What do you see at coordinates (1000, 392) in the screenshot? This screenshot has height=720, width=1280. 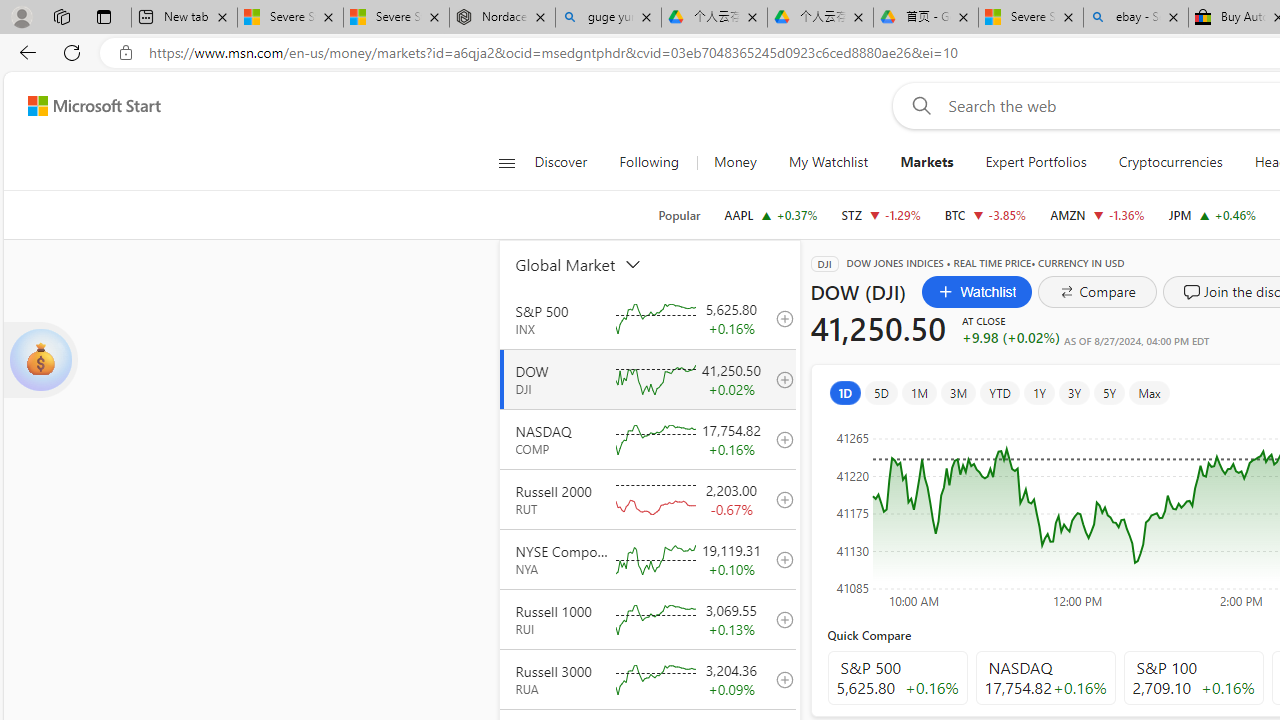 I see `'YTD'` at bounding box center [1000, 392].